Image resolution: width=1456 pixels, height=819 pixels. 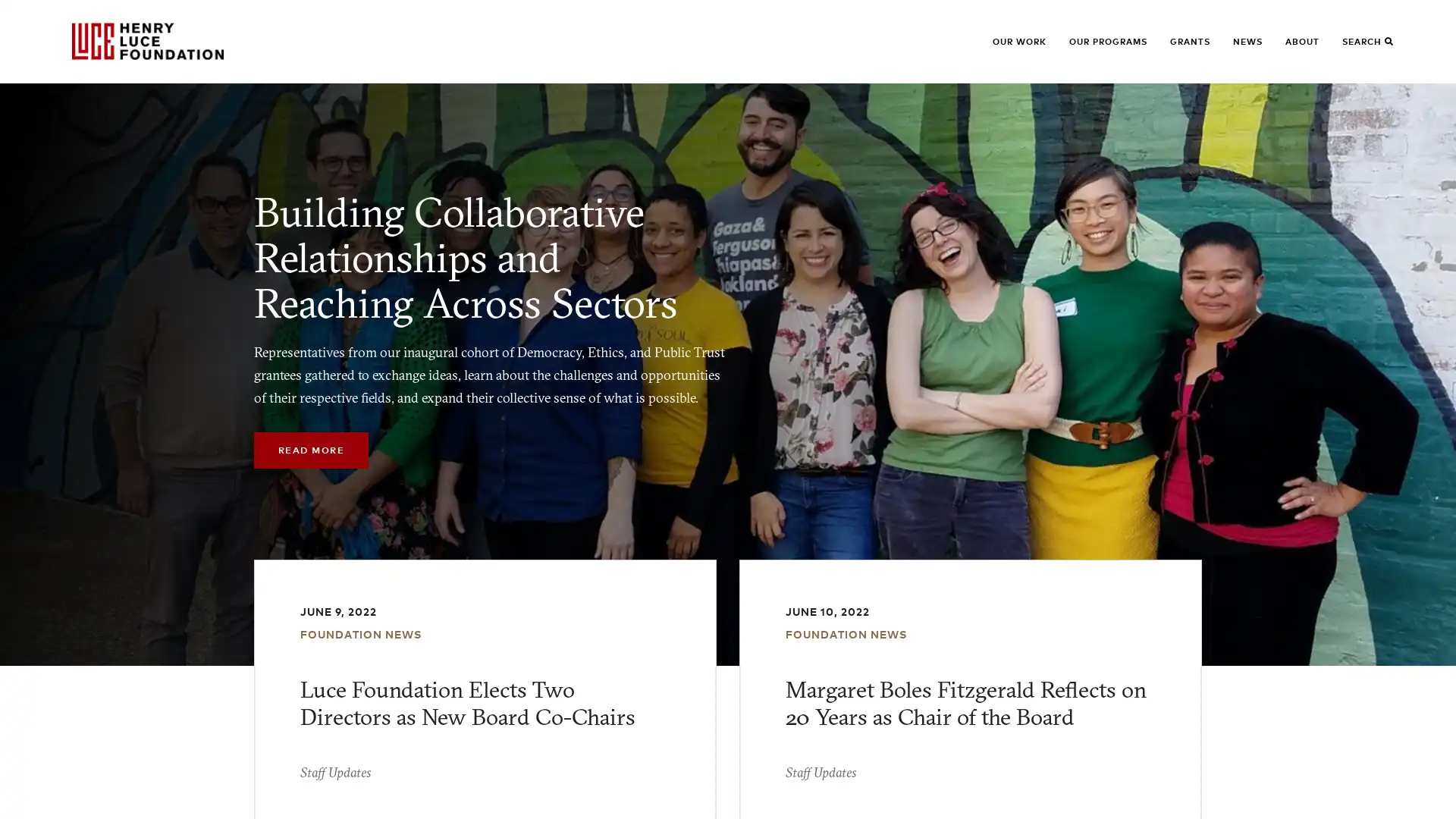 What do you see at coordinates (1016, 48) in the screenshot?
I see `SHOW SUBMENU FOR OUR WORK` at bounding box center [1016, 48].